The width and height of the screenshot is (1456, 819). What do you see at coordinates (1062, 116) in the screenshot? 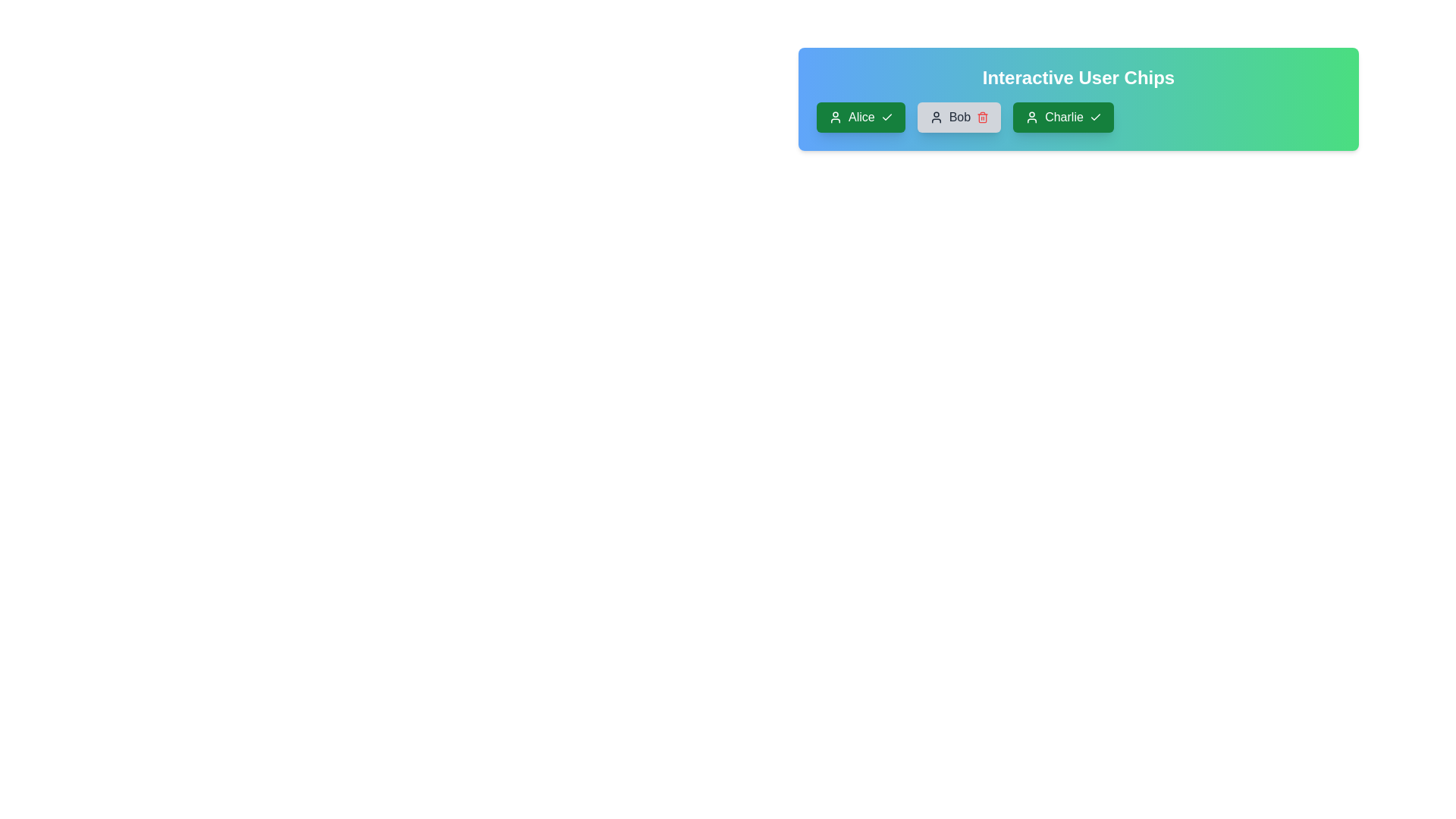
I see `the user chip labeled Charlie` at bounding box center [1062, 116].